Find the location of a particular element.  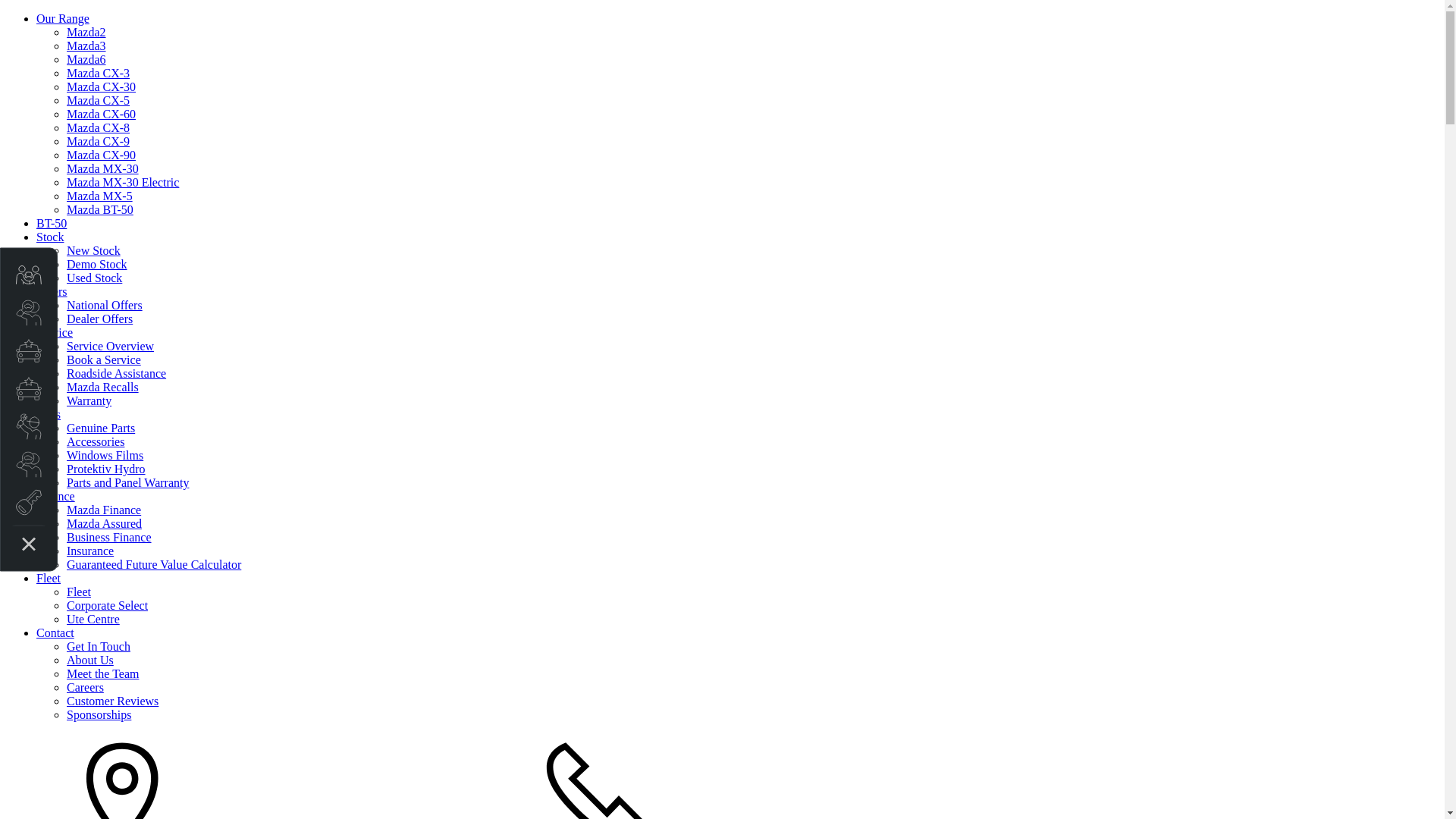

'Mazda2' is located at coordinates (86, 32).